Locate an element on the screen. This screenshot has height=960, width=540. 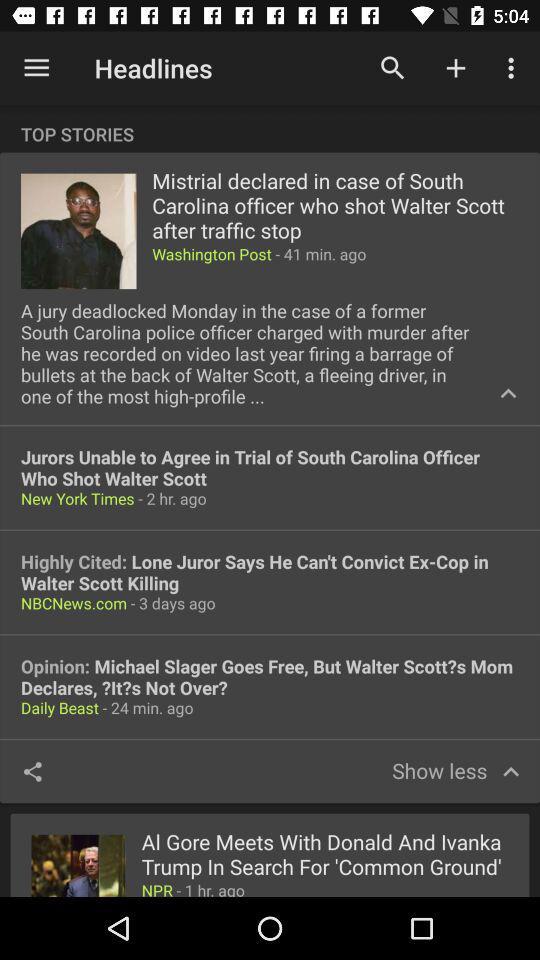
the share icon is located at coordinates (31, 770).